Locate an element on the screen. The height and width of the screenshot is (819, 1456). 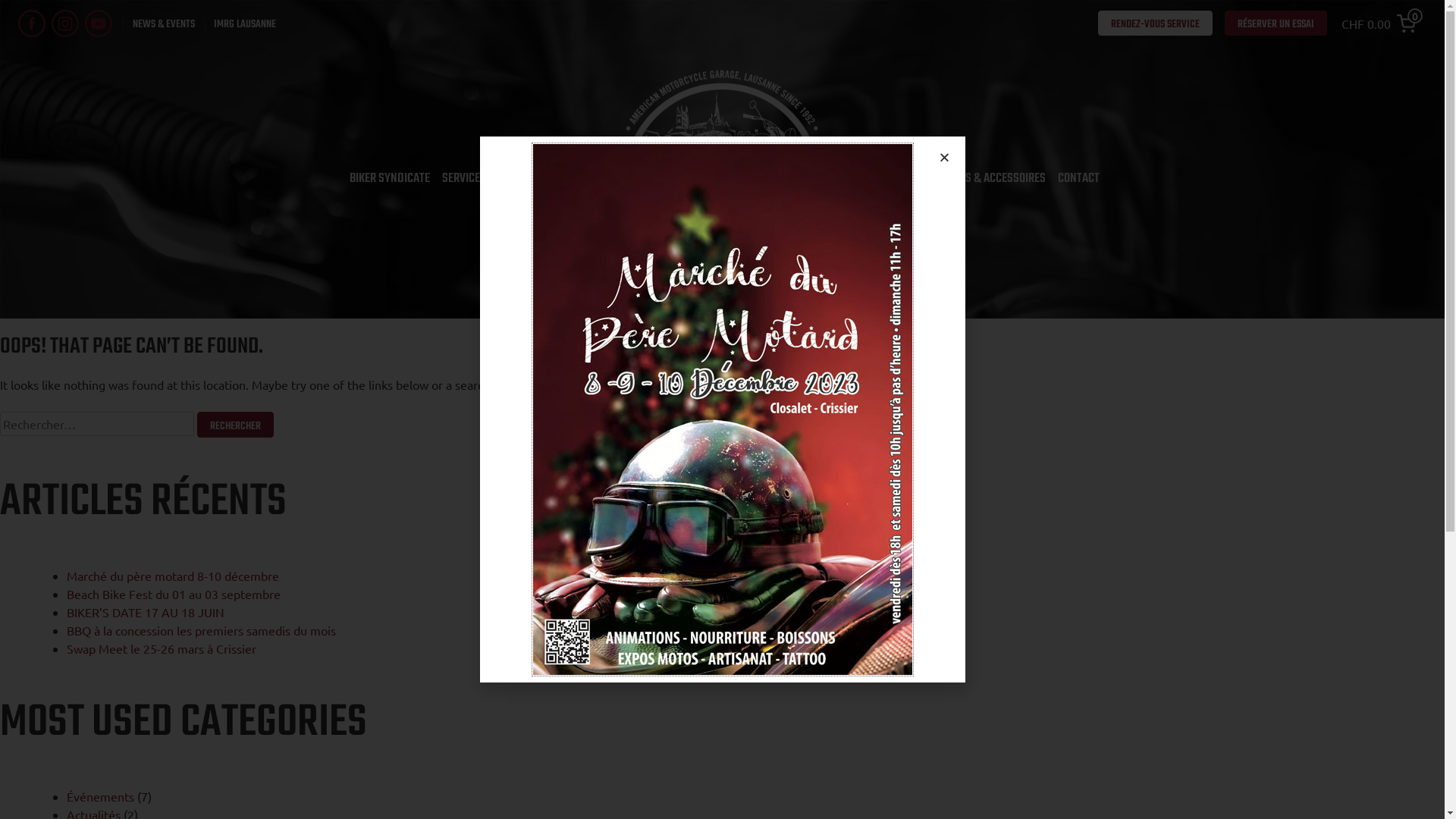
'instagram' is located at coordinates (64, 23).